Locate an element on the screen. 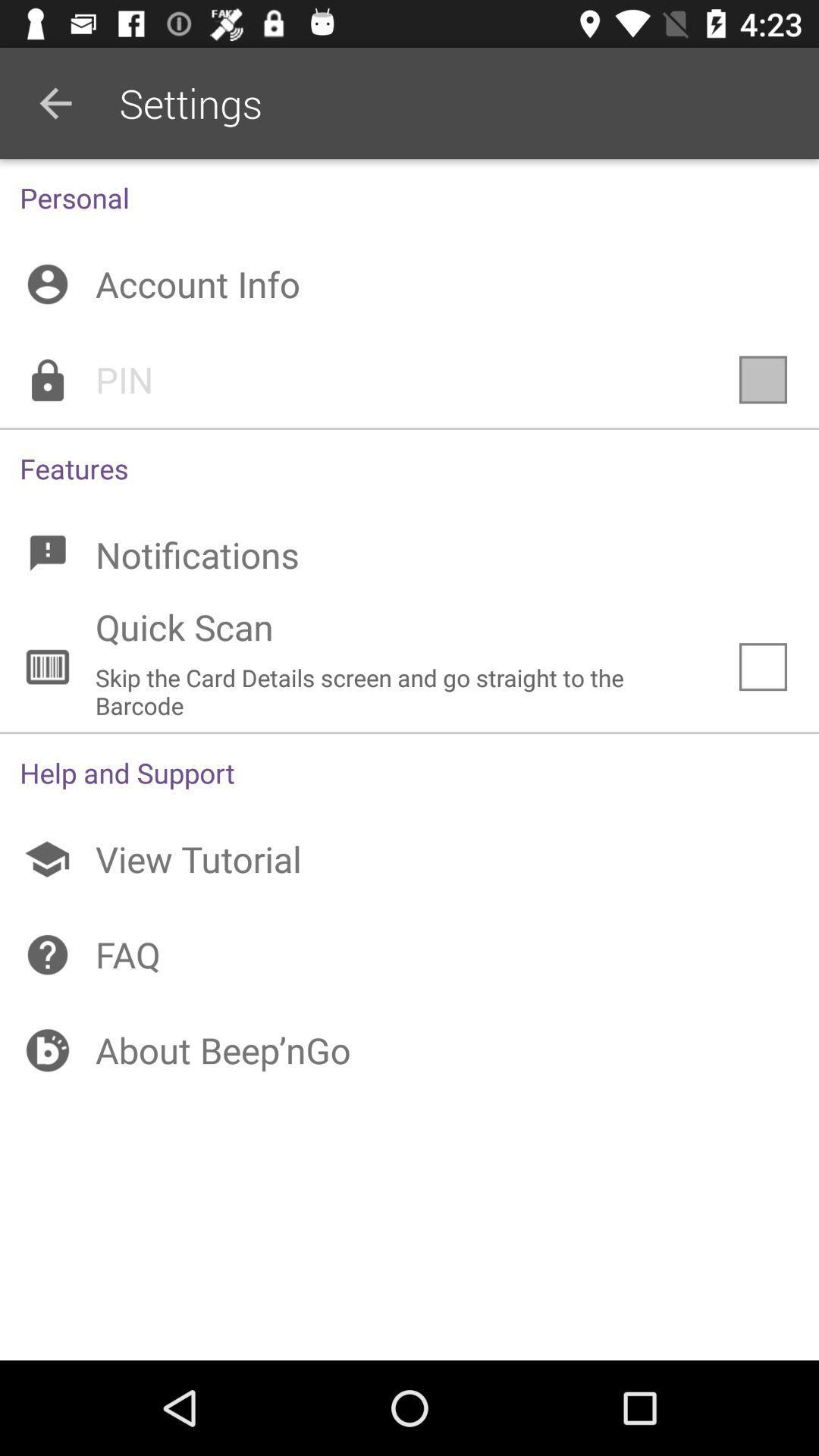 This screenshot has height=1456, width=819. the item below the faq icon is located at coordinates (409, 1050).